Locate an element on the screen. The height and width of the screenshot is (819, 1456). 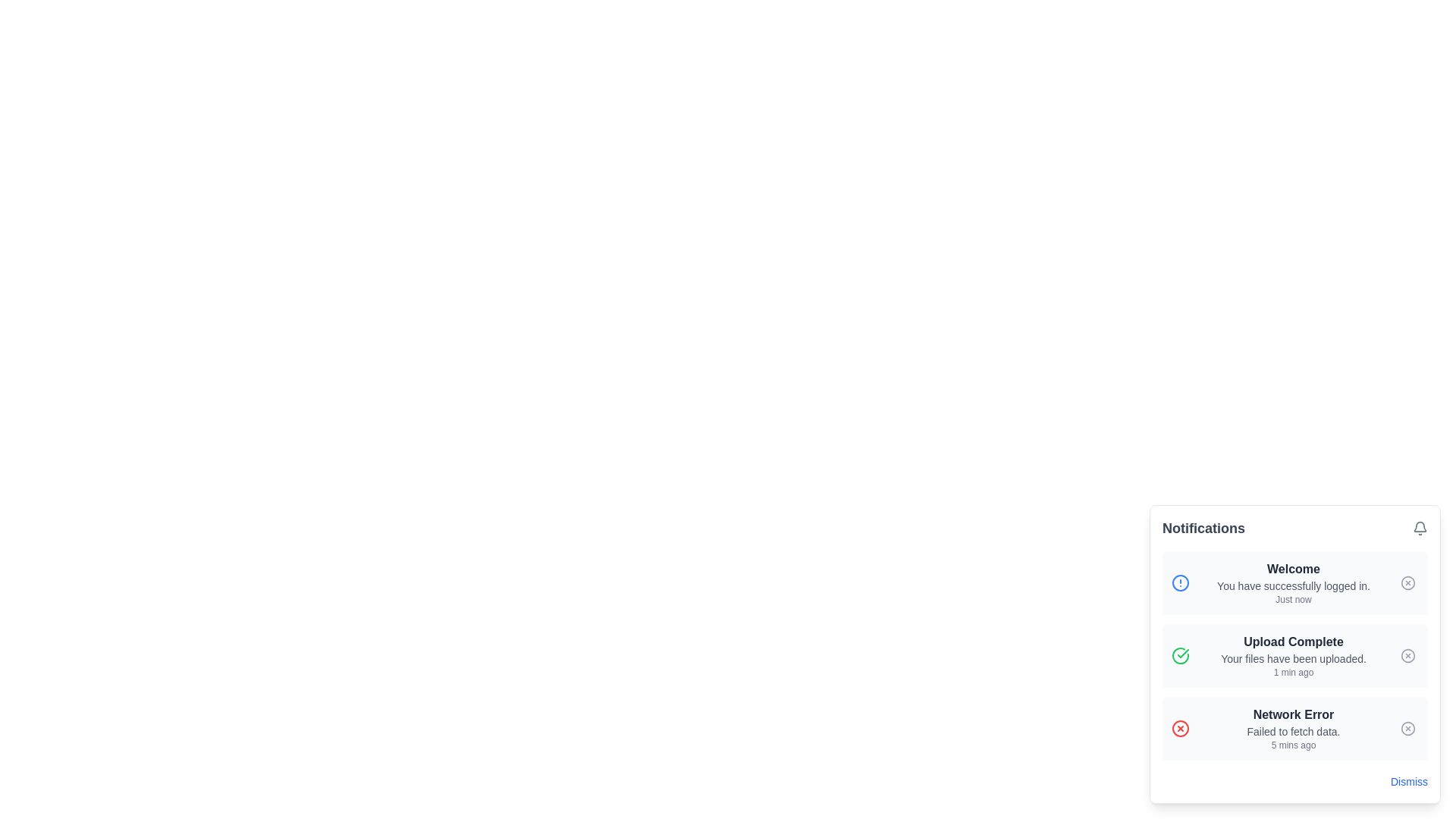
bolded text that reads 'Notifications' located at the top-left corner of the notification panel is located at coordinates (1203, 528).